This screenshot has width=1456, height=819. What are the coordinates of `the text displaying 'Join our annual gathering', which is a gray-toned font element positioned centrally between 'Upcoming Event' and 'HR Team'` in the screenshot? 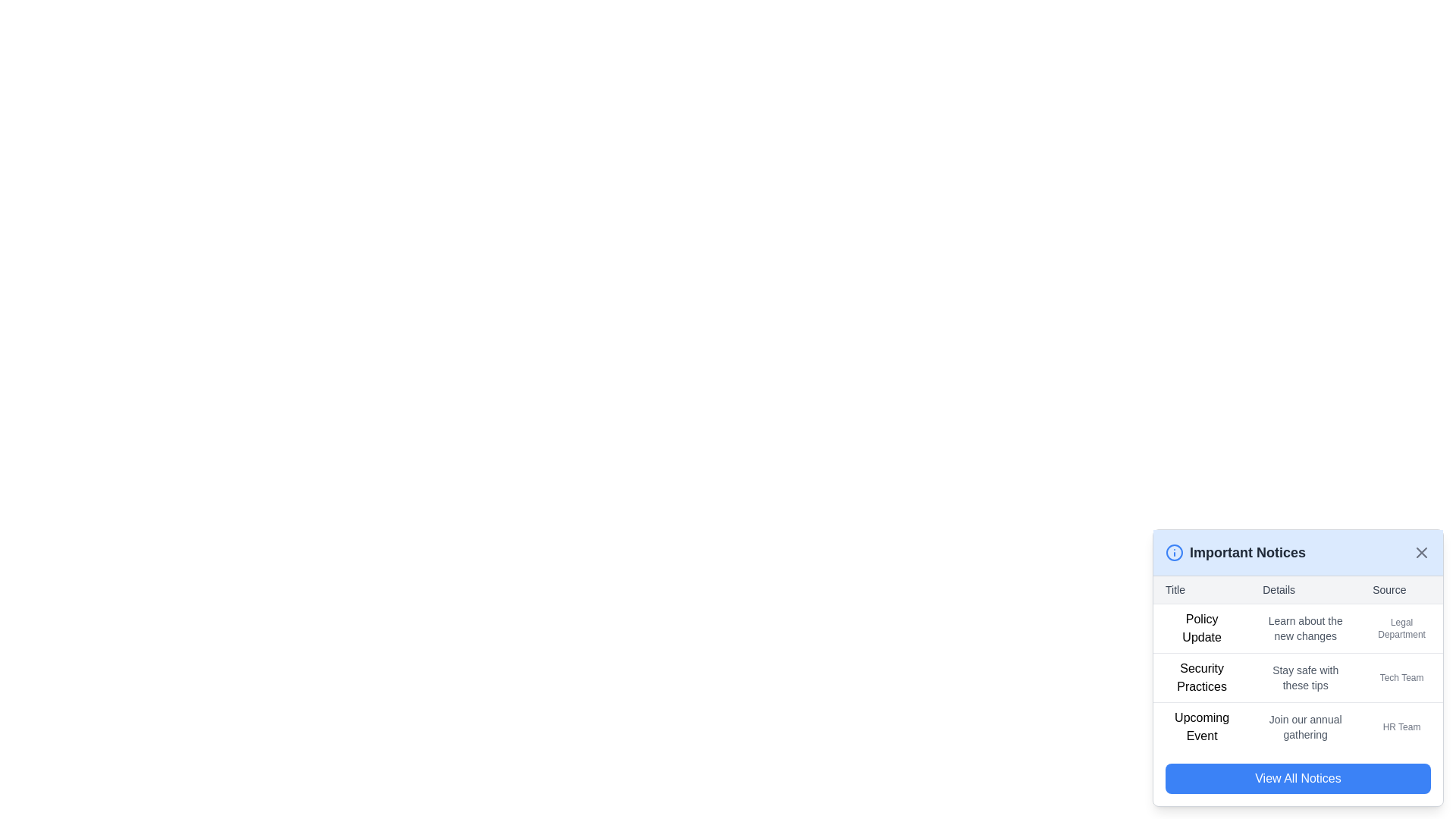 It's located at (1304, 726).